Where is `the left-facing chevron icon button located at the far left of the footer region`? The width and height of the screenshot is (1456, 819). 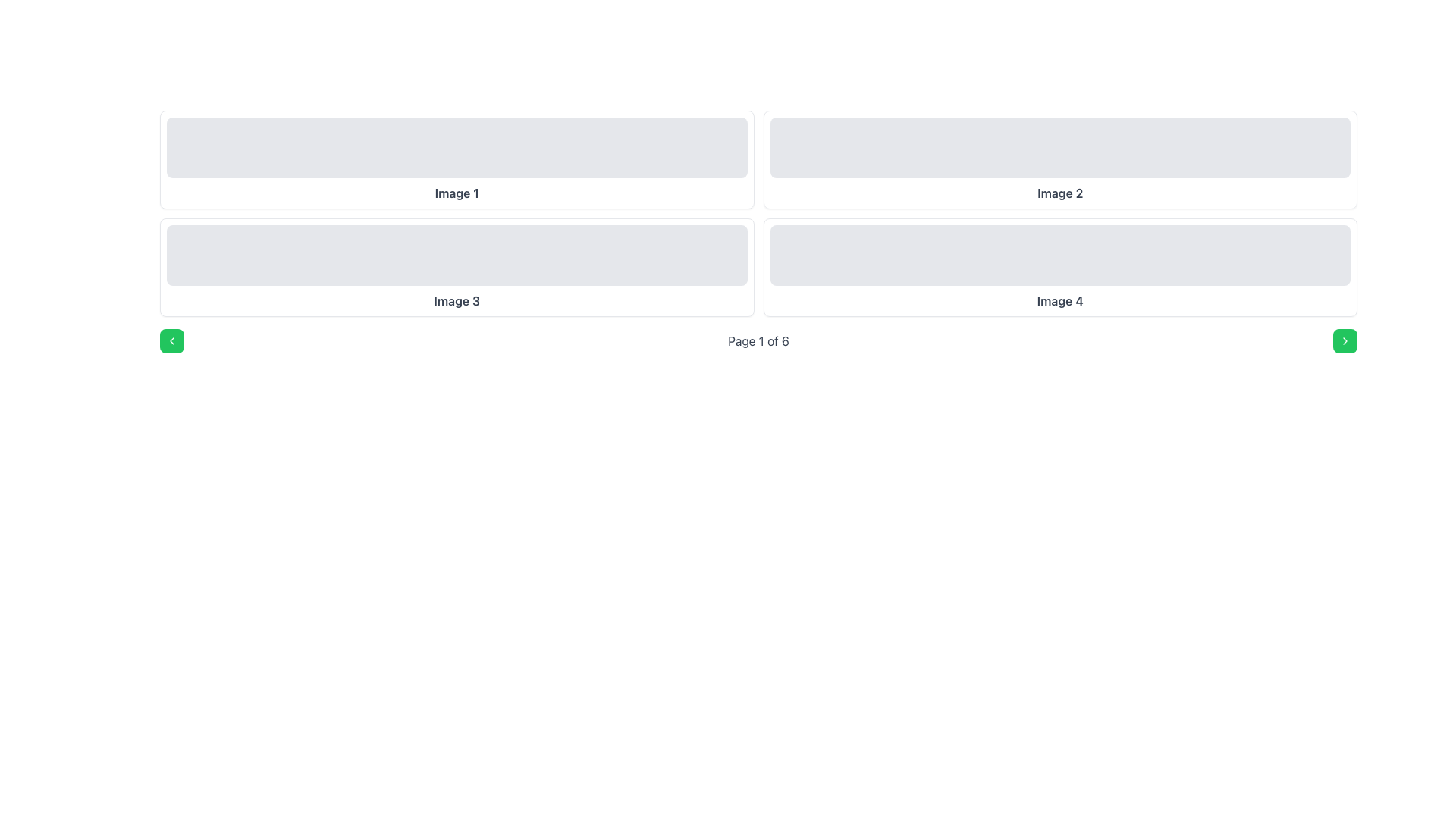 the left-facing chevron icon button located at the far left of the footer region is located at coordinates (171, 341).